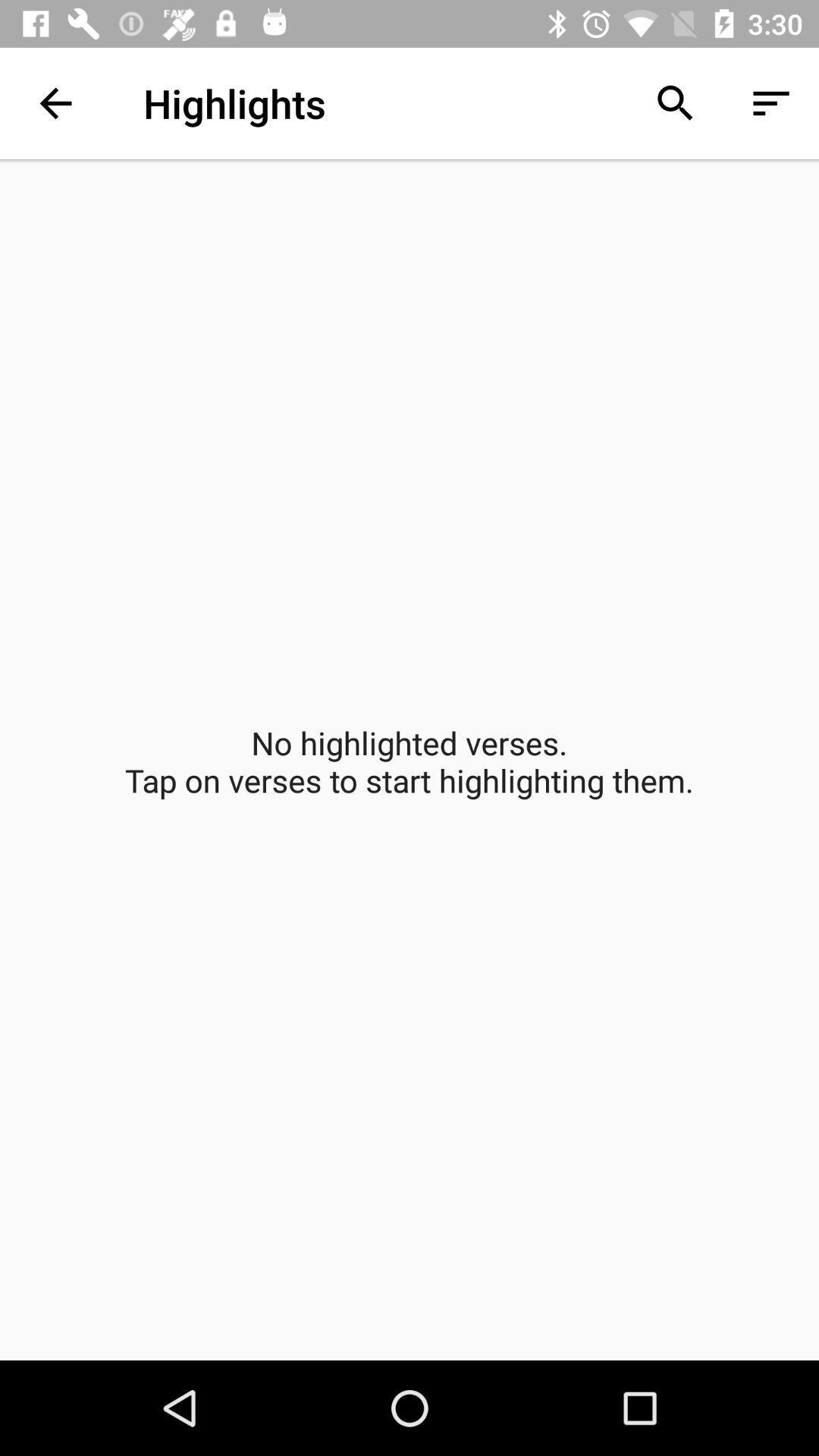 This screenshot has width=819, height=1456. What do you see at coordinates (55, 102) in the screenshot?
I see `the item next to highlights` at bounding box center [55, 102].